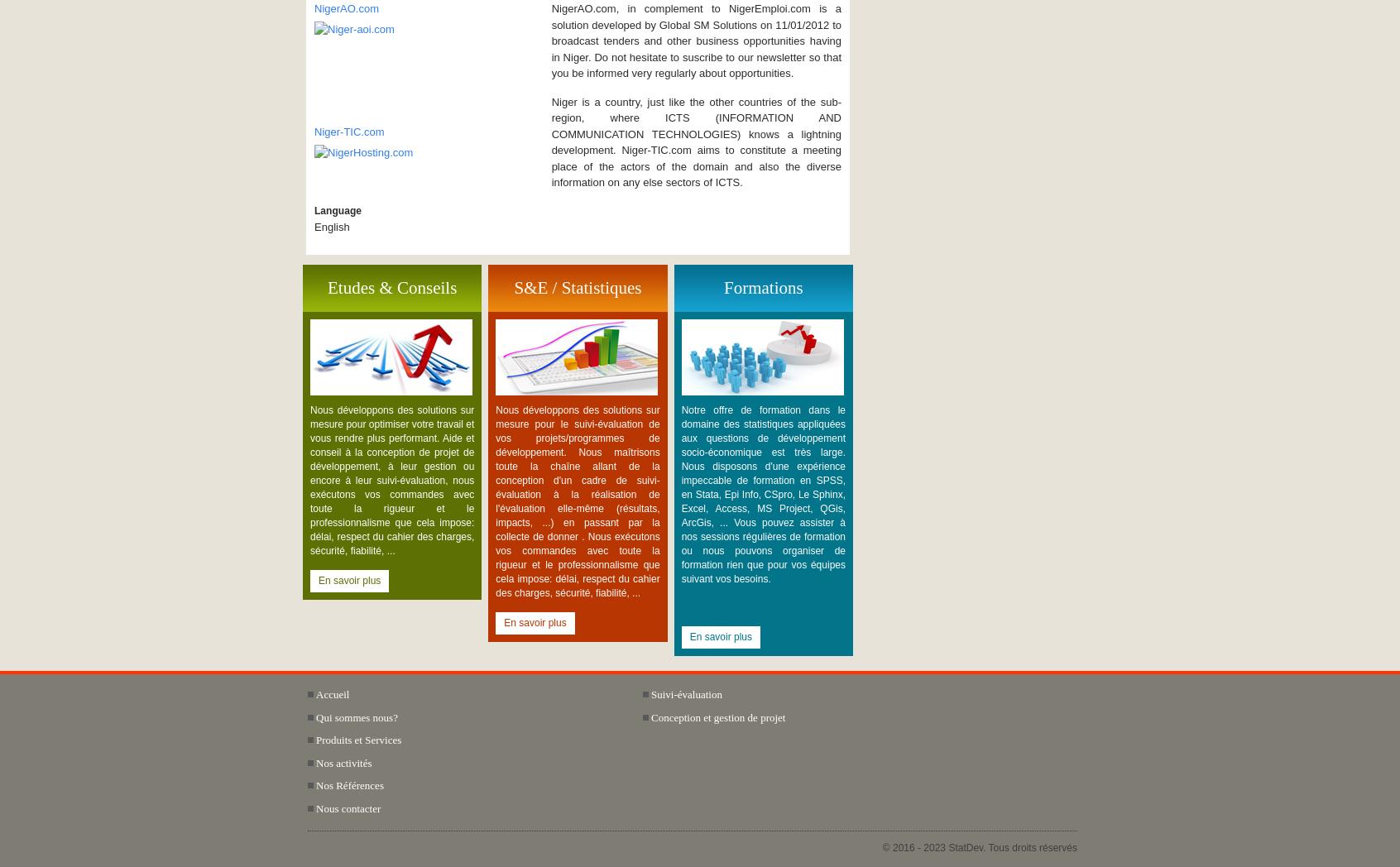 Image resolution: width=1400 pixels, height=867 pixels. What do you see at coordinates (722, 286) in the screenshot?
I see `'Formations'` at bounding box center [722, 286].